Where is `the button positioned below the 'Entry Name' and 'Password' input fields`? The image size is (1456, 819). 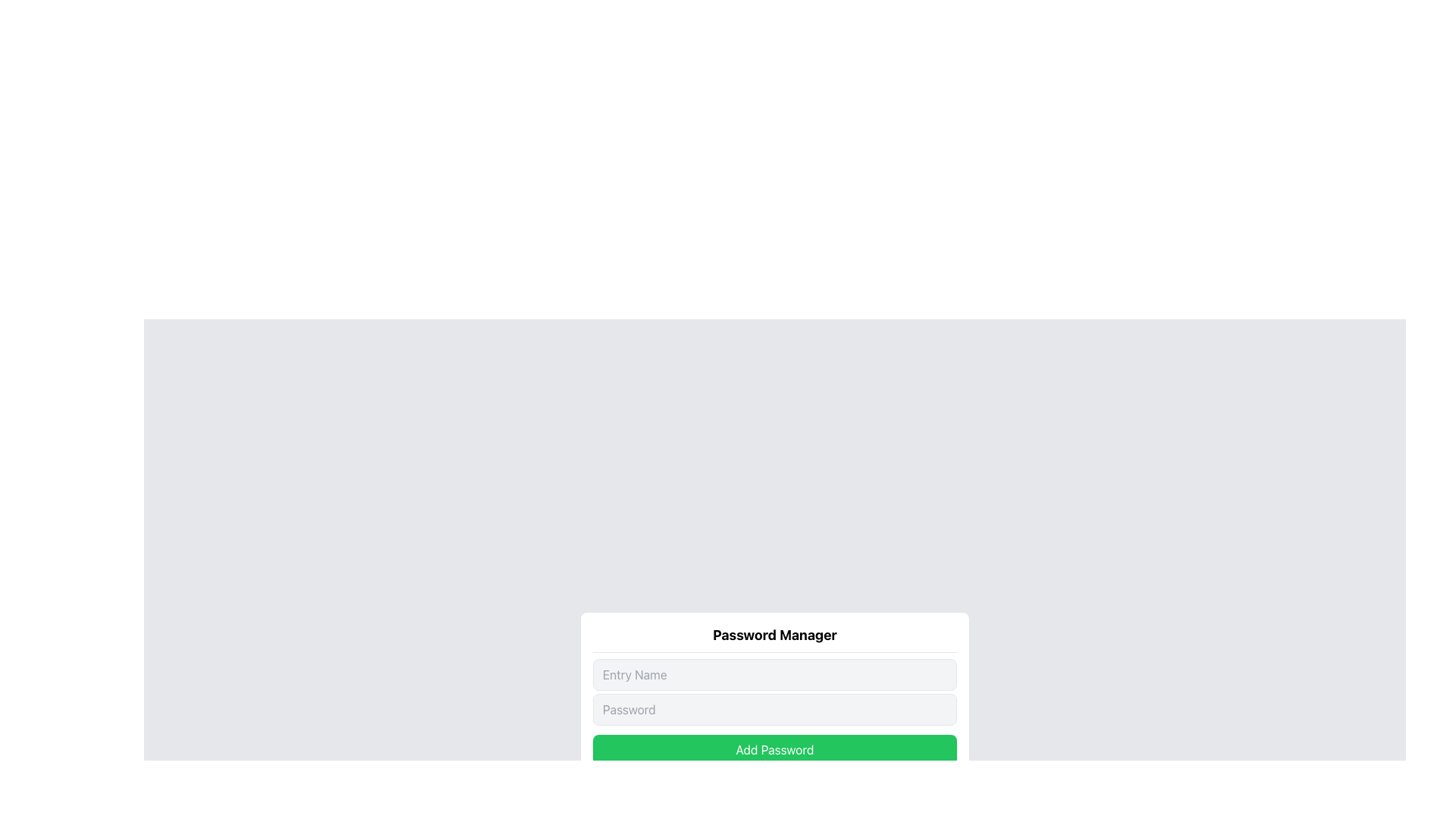 the button positioned below the 'Entry Name' and 'Password' input fields is located at coordinates (775, 748).